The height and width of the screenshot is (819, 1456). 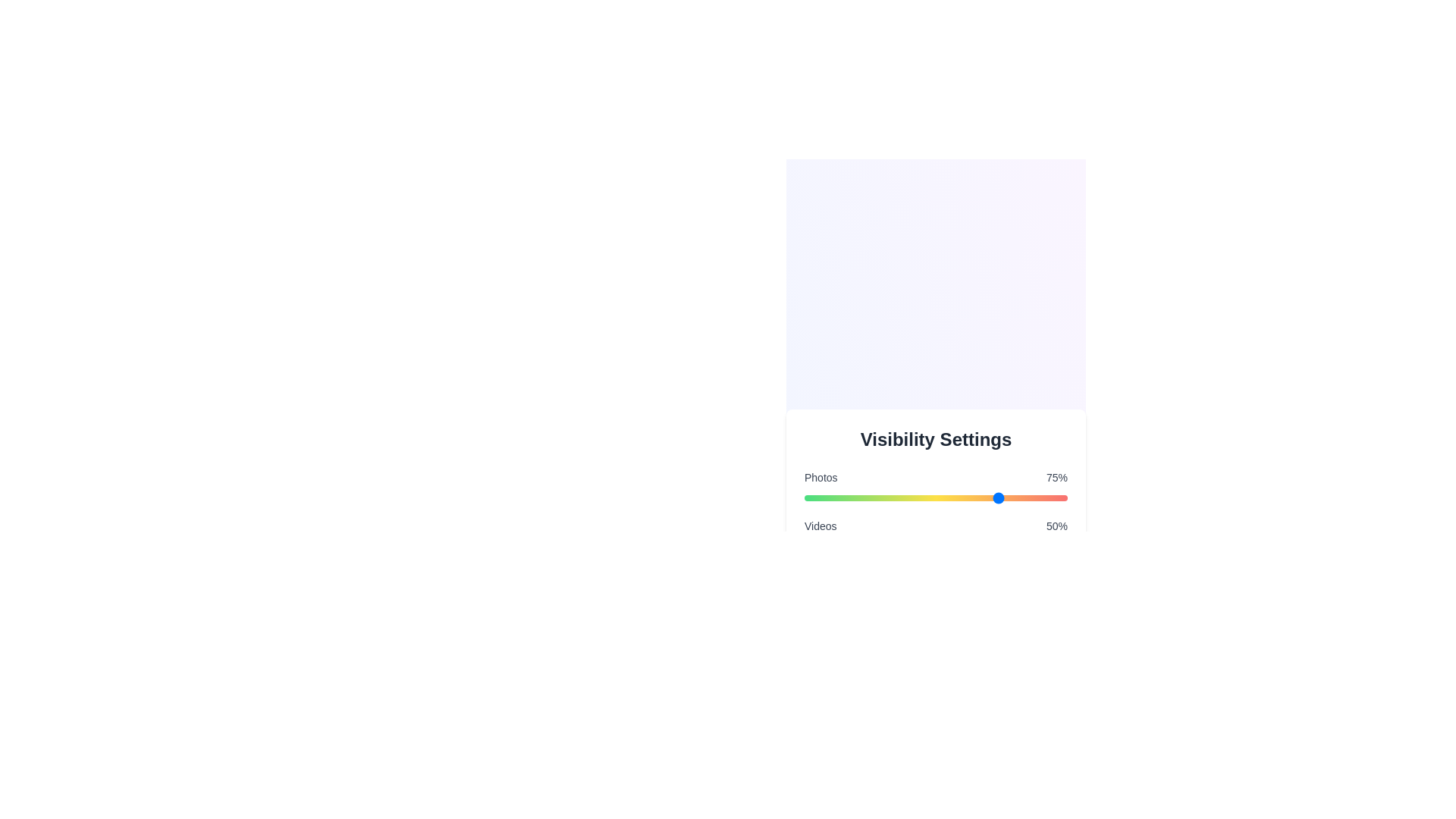 I want to click on the visibility percentage for a category by setting the slider to 70, so click(x=988, y=497).